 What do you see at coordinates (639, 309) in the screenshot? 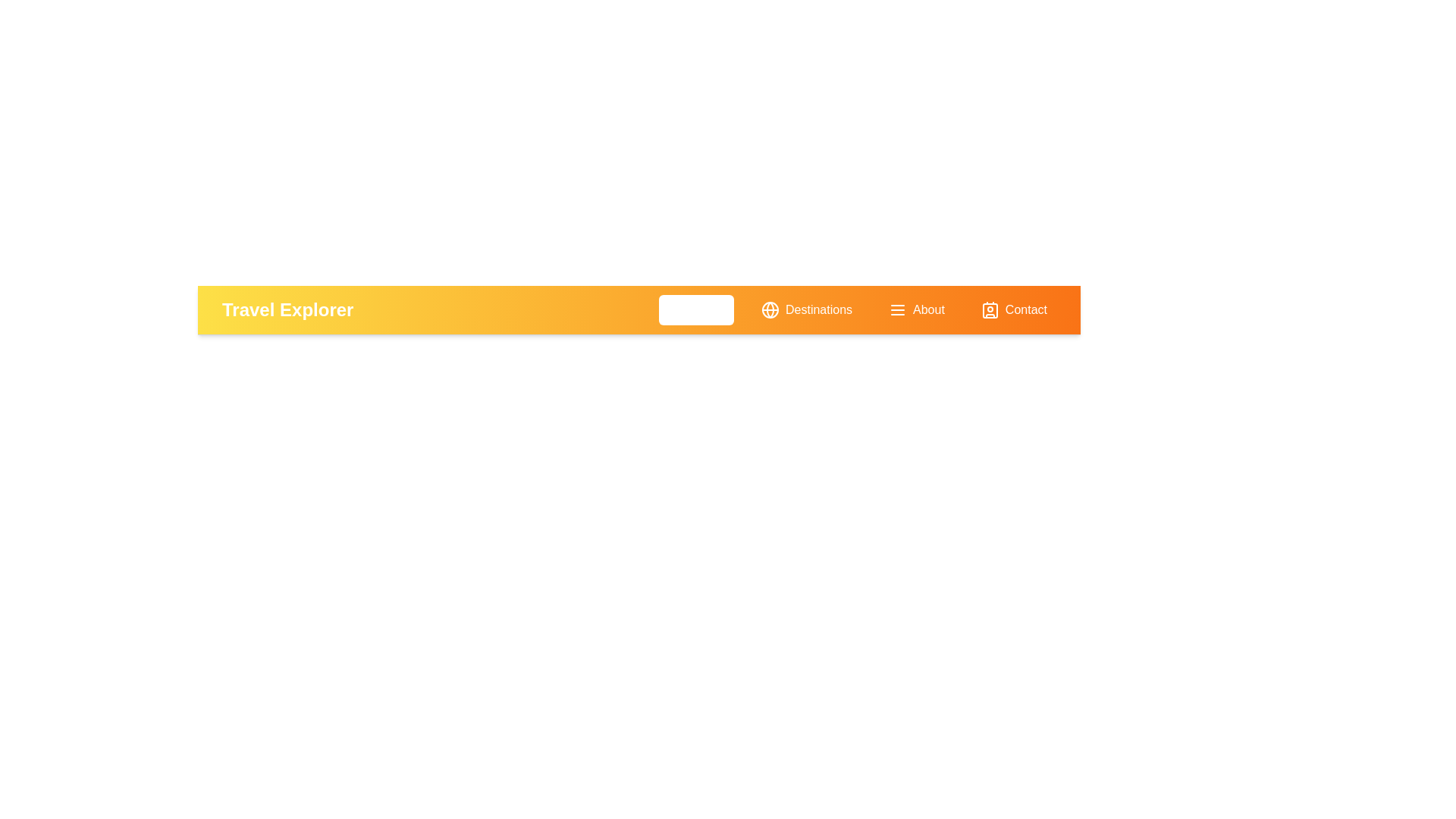
I see `'Travel Explorer' navigation bar for developer tools by targeting the center of the navigation bar, which has a gradient background and includes options like 'Home', 'Destinations', 'About', and 'Contact'` at bounding box center [639, 309].